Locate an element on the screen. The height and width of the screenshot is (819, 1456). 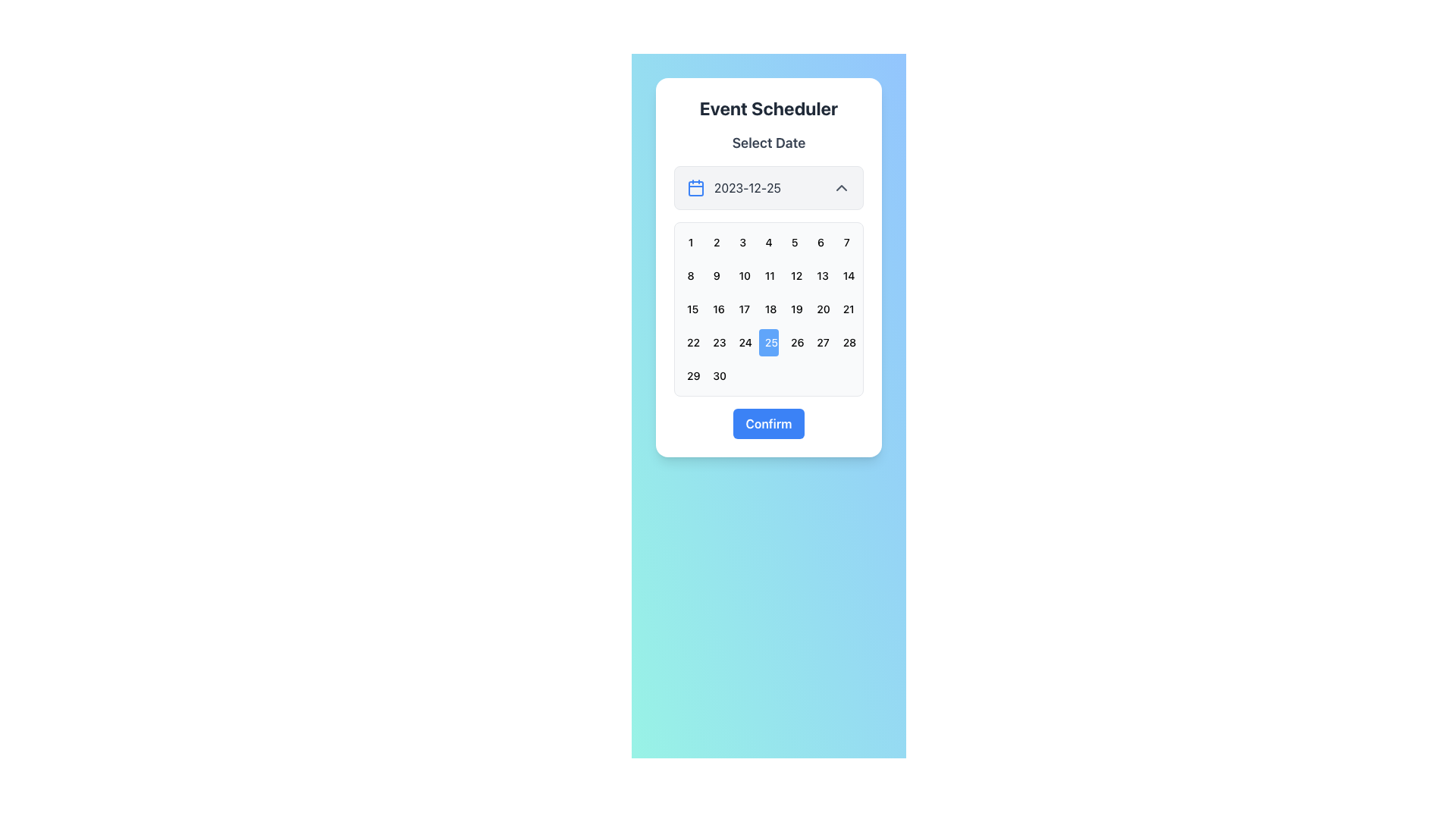
the button displaying the number '28' located is located at coordinates (846, 342).